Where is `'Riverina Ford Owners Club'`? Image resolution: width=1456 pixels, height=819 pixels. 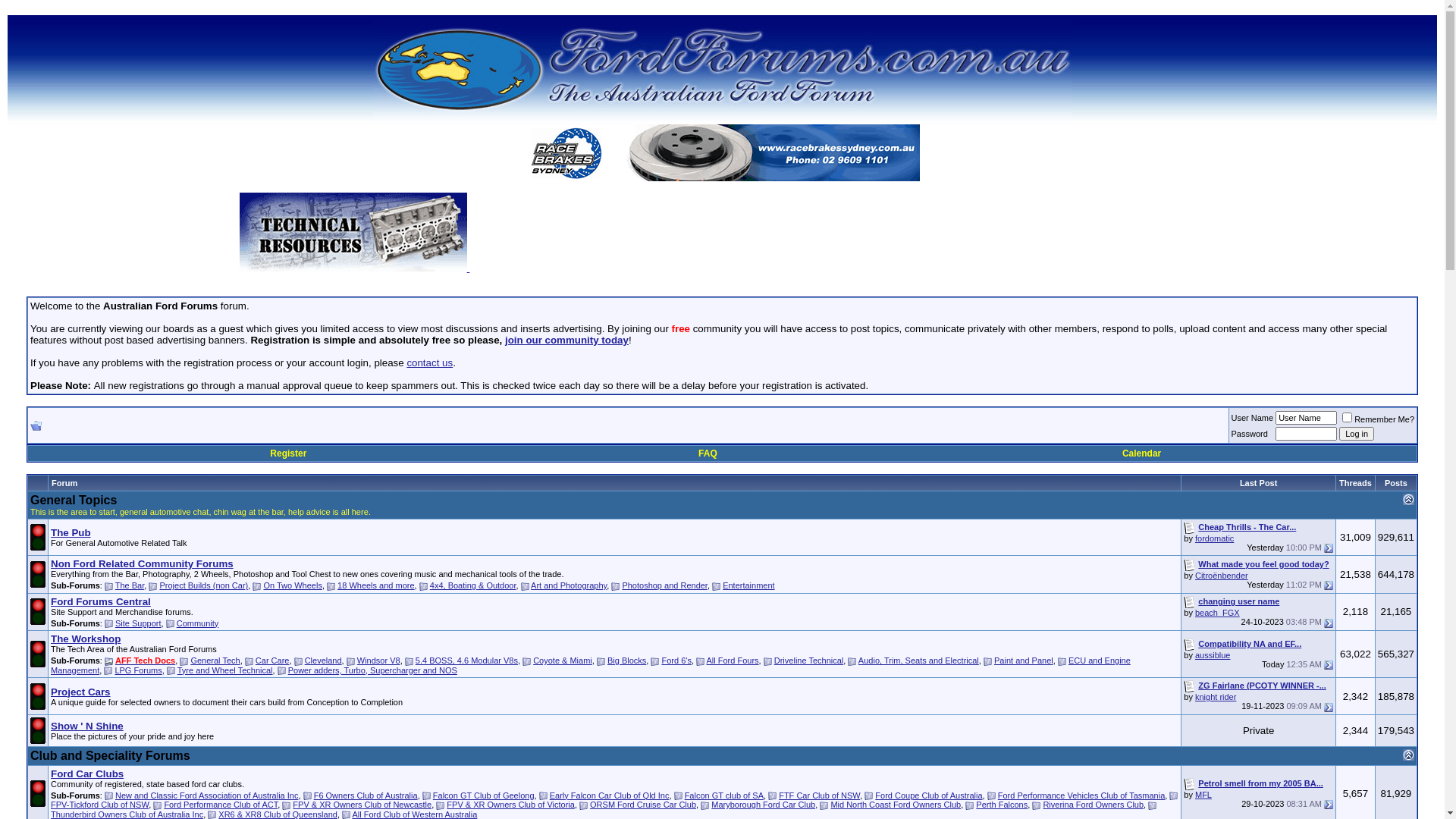
'Riverina Ford Owners Club' is located at coordinates (1093, 803).